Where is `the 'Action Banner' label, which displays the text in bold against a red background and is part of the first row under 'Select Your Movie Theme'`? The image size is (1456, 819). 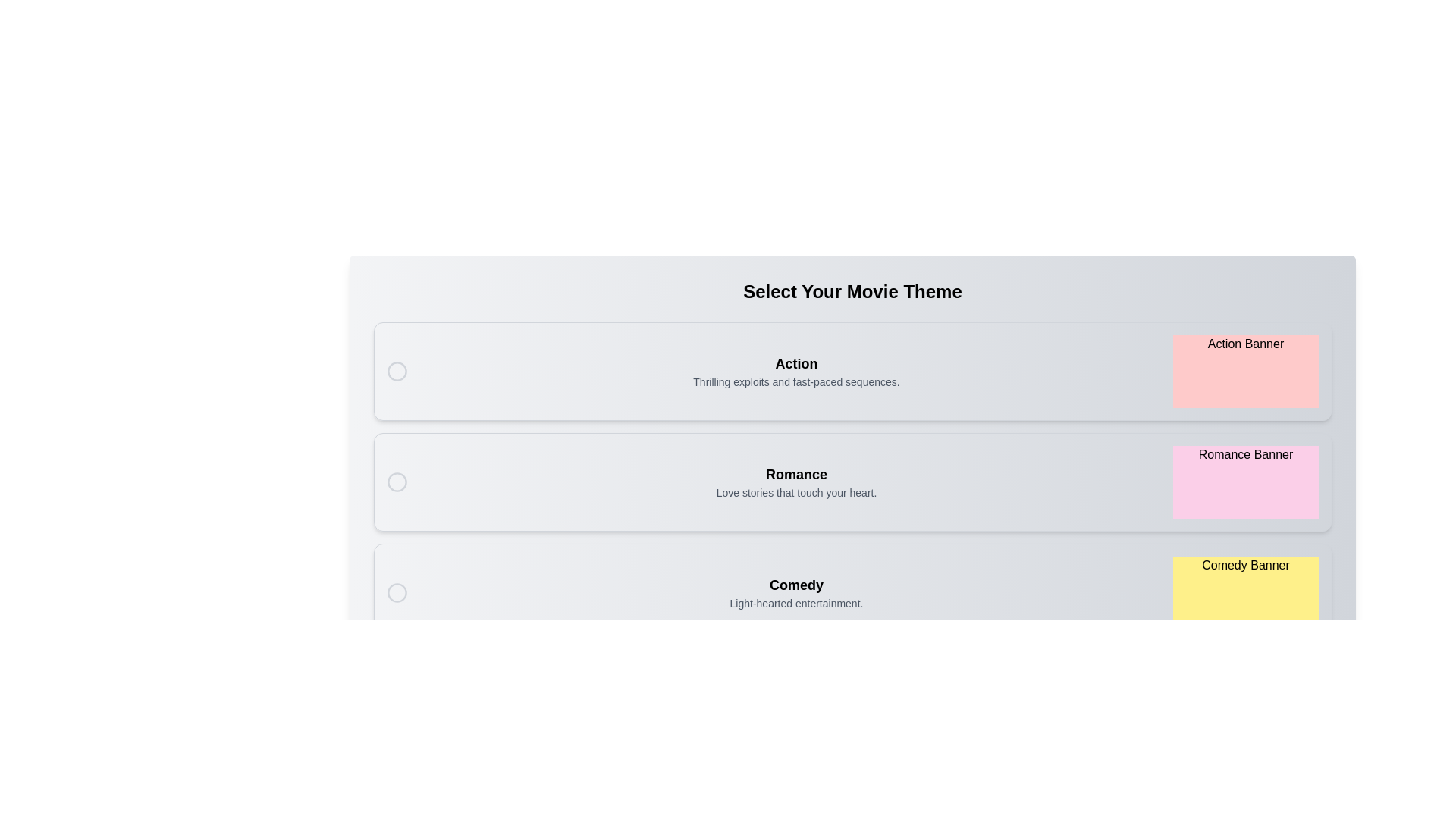
the 'Action Banner' label, which displays the text in bold against a red background and is part of the first row under 'Select Your Movie Theme' is located at coordinates (1245, 371).